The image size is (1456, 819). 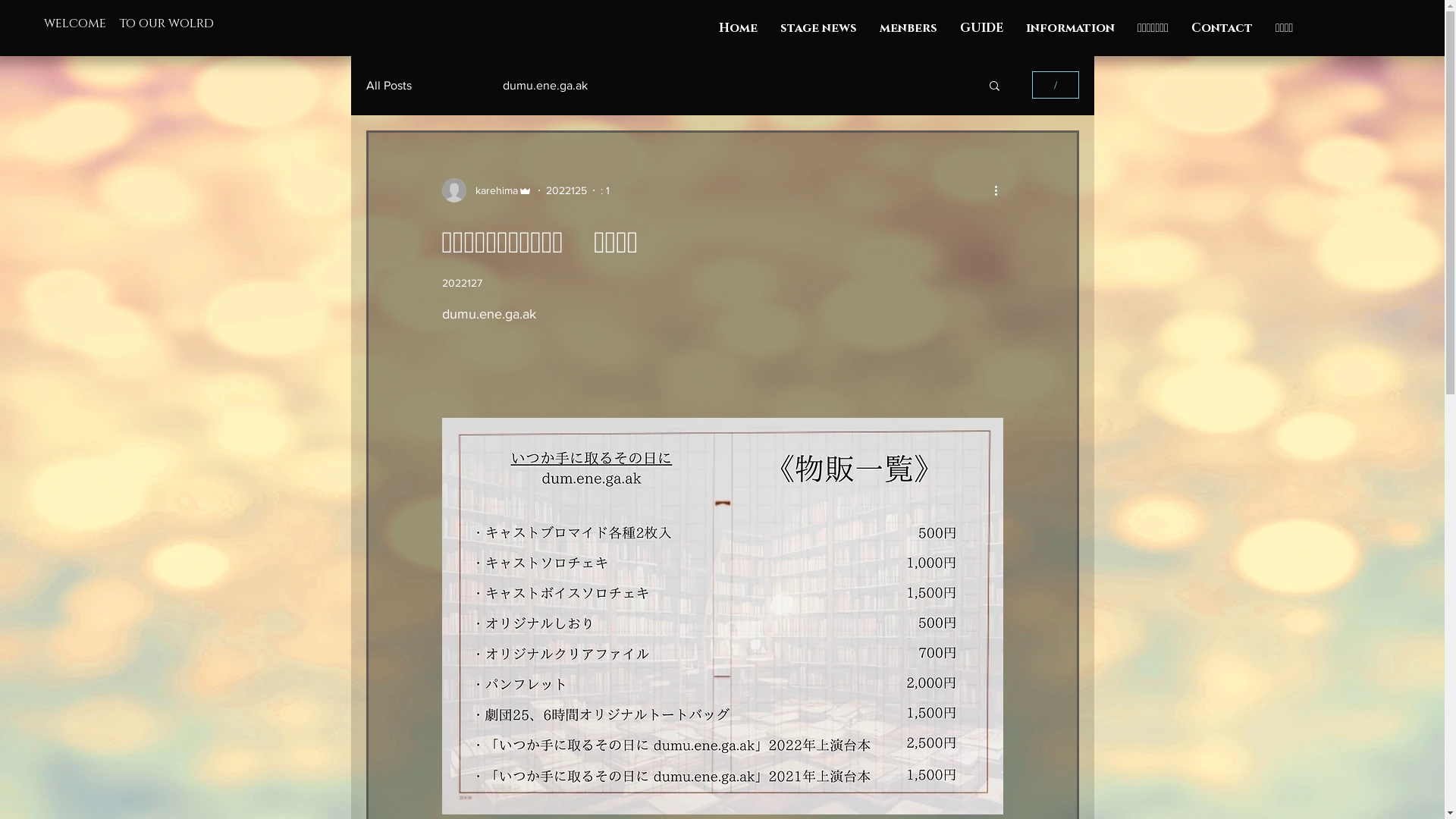 What do you see at coordinates (981, 28) in the screenshot?
I see `'GUIDE'` at bounding box center [981, 28].